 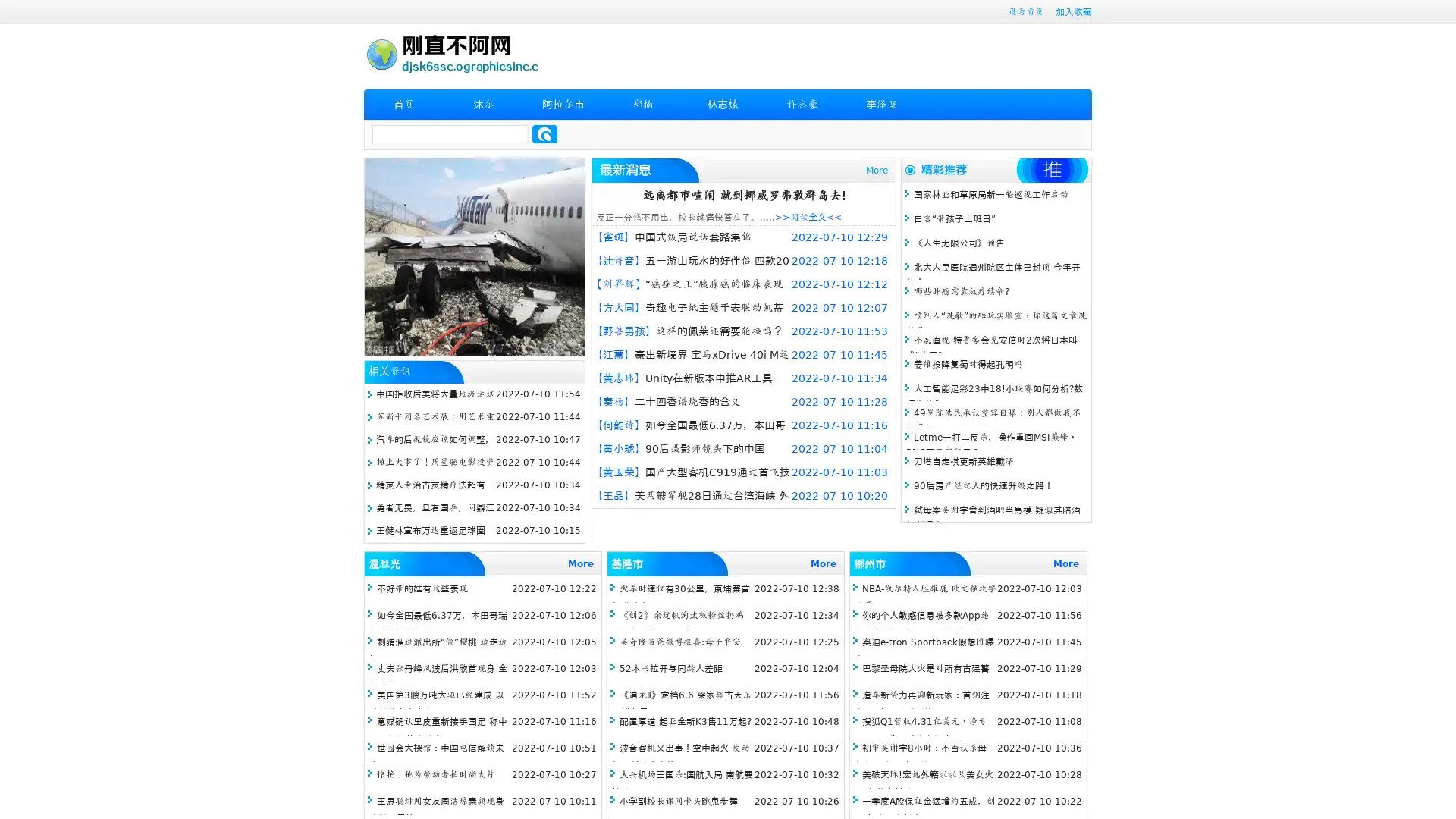 I want to click on Search, so click(x=544, y=133).